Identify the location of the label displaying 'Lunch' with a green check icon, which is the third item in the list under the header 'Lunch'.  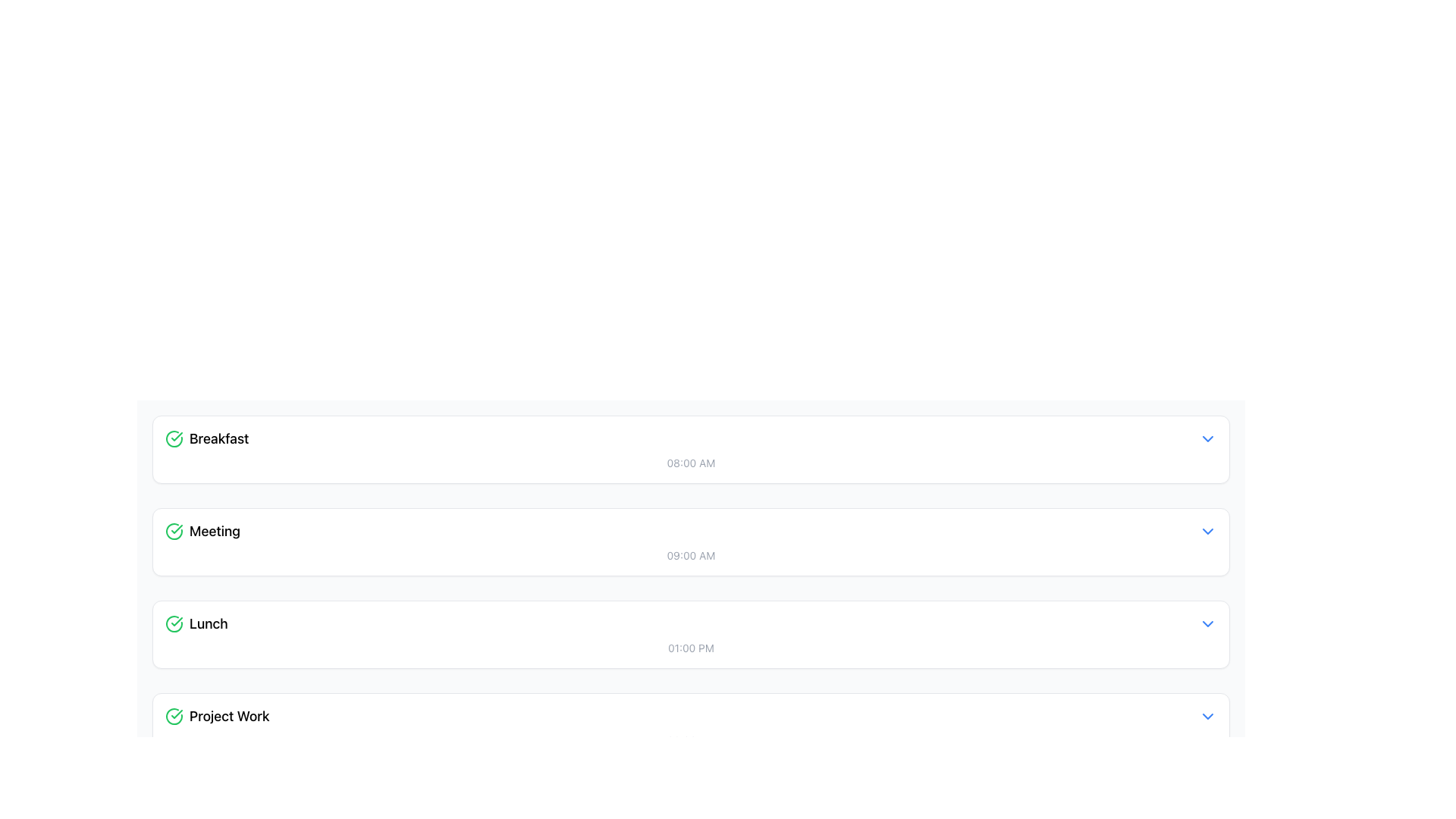
(196, 623).